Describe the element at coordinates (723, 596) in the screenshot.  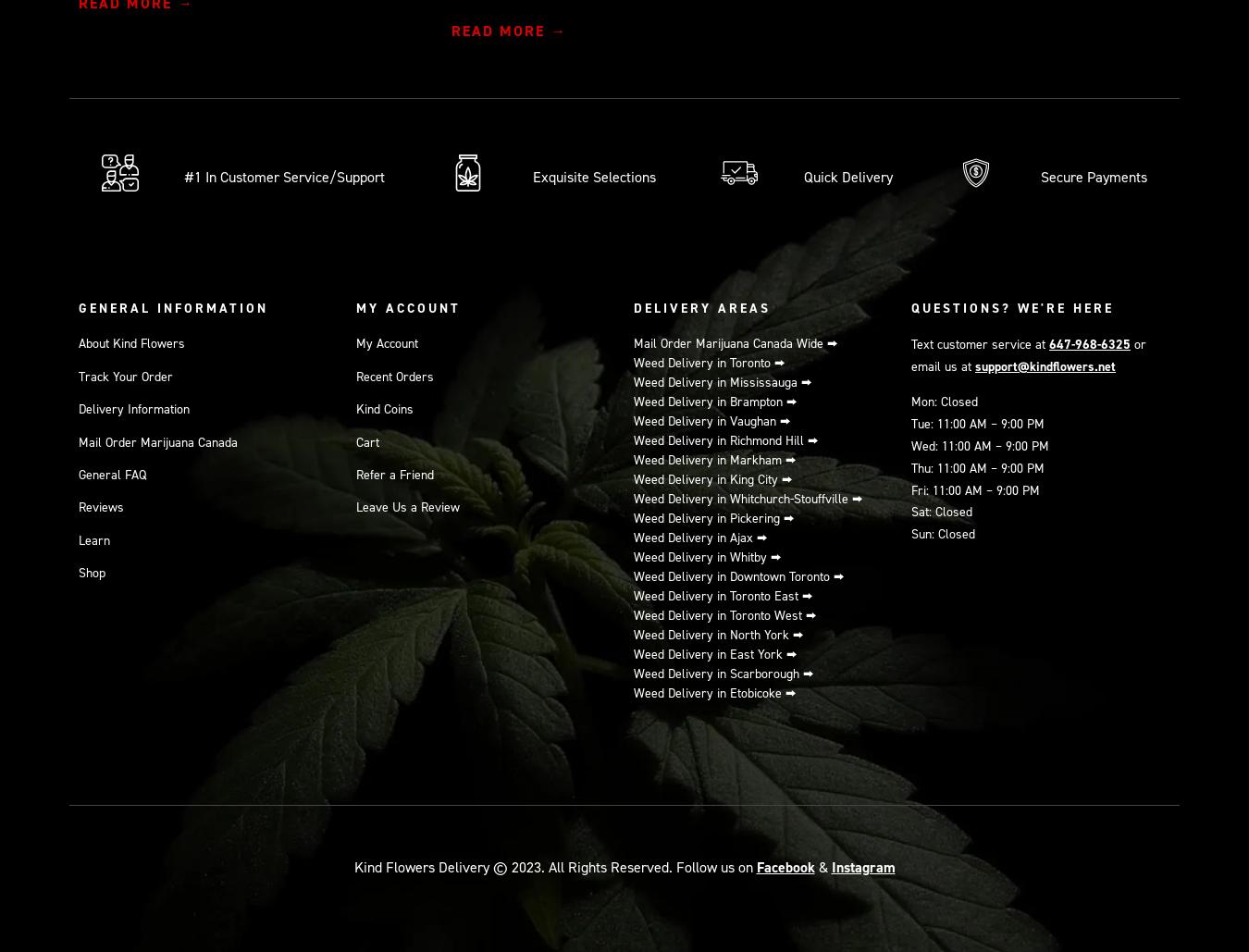
I see `'Weed Delivery in Toronto East ⮕'` at that location.